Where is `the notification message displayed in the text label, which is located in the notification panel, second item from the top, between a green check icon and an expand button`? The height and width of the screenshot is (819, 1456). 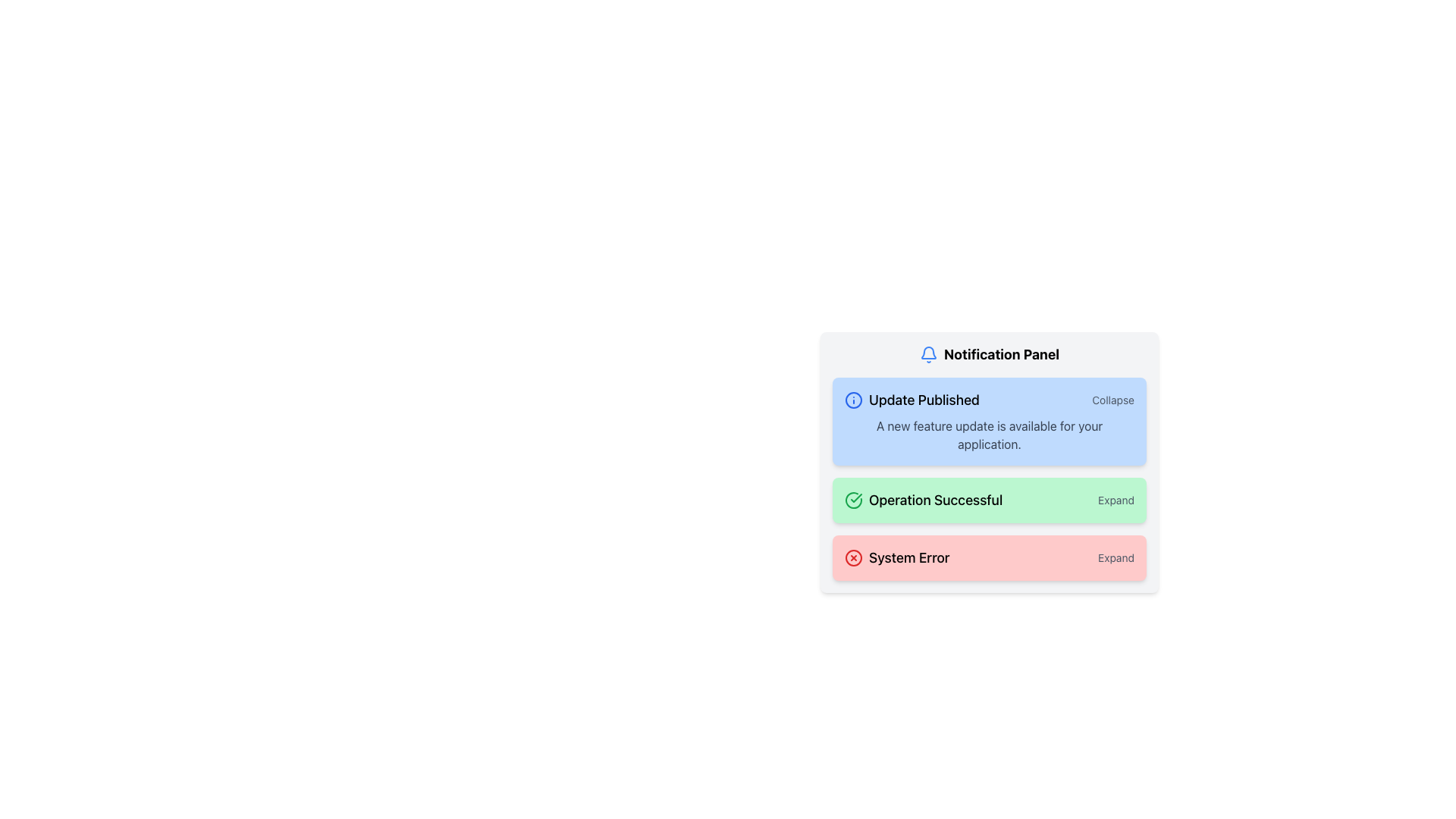 the notification message displayed in the text label, which is located in the notification panel, second item from the top, between a green check icon and an expand button is located at coordinates (935, 500).